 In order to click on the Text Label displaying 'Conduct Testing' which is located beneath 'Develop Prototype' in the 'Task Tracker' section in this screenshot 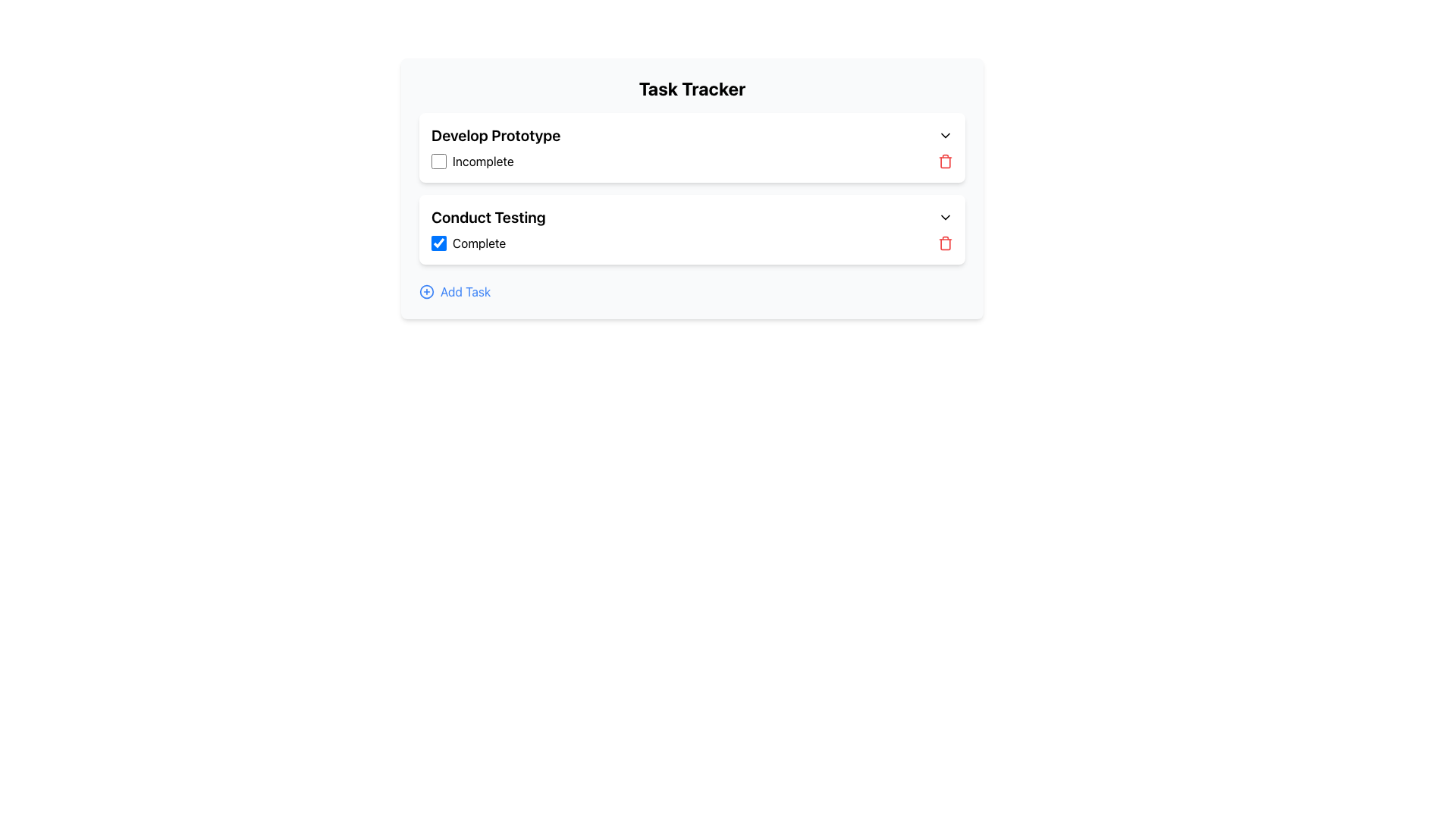, I will do `click(488, 217)`.